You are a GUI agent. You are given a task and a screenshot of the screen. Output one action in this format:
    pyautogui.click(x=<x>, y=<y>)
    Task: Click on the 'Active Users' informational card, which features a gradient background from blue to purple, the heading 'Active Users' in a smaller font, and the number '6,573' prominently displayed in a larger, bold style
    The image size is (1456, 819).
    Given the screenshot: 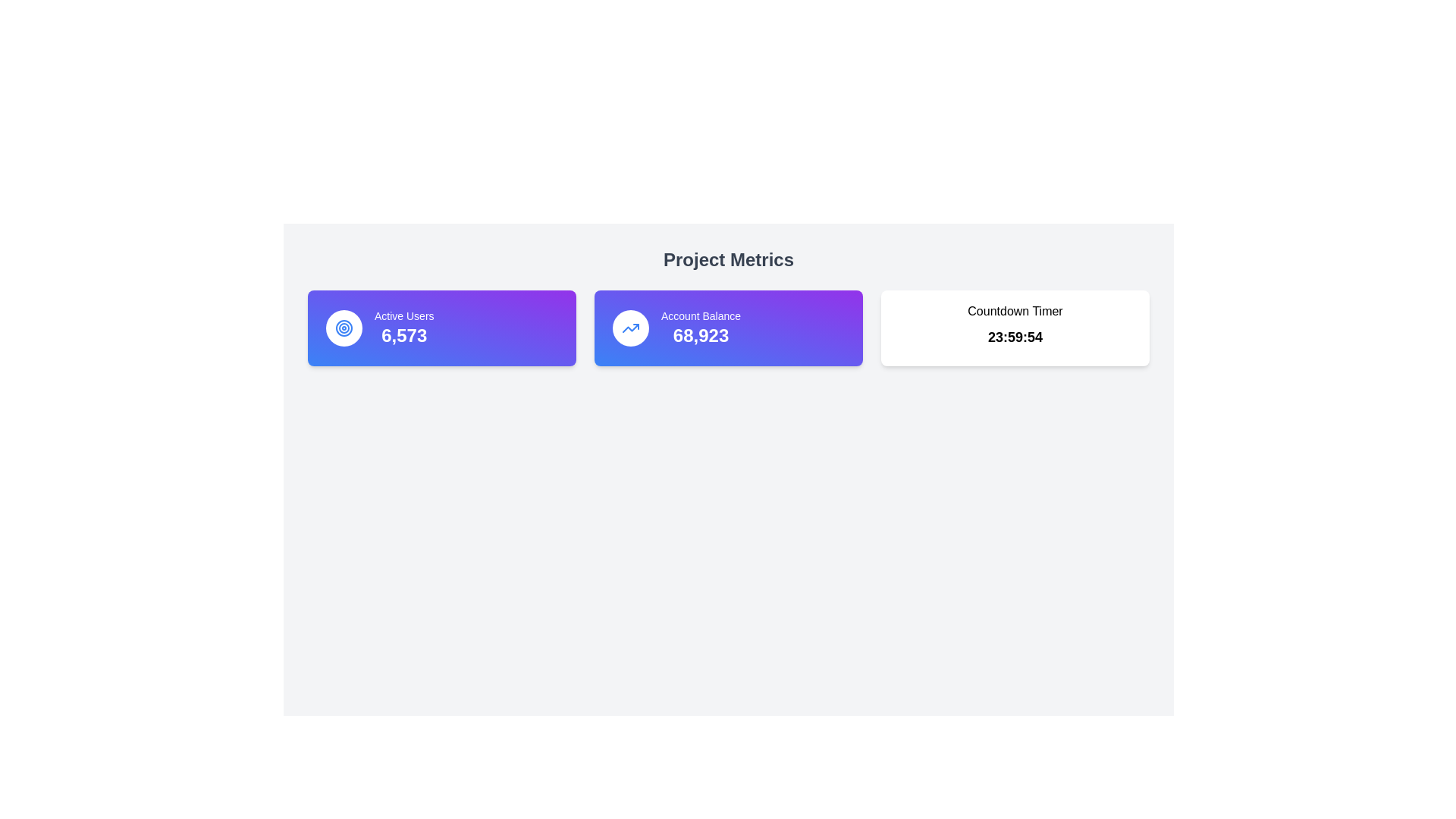 What is the action you would take?
    pyautogui.click(x=441, y=327)
    